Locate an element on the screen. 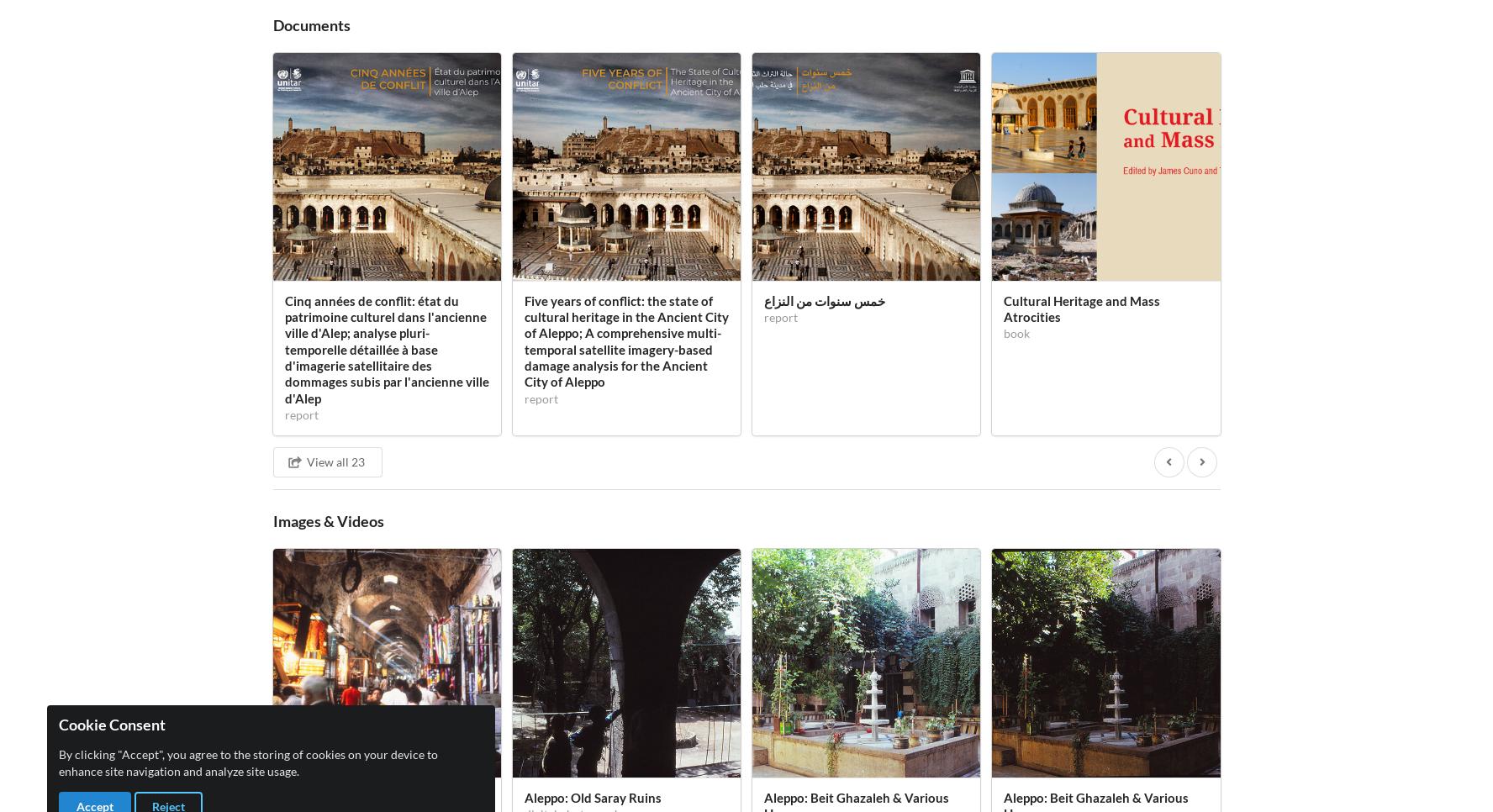 Image resolution: width=1493 pixels, height=812 pixels. 'Khan al-Sabun' is located at coordinates (386, 113).